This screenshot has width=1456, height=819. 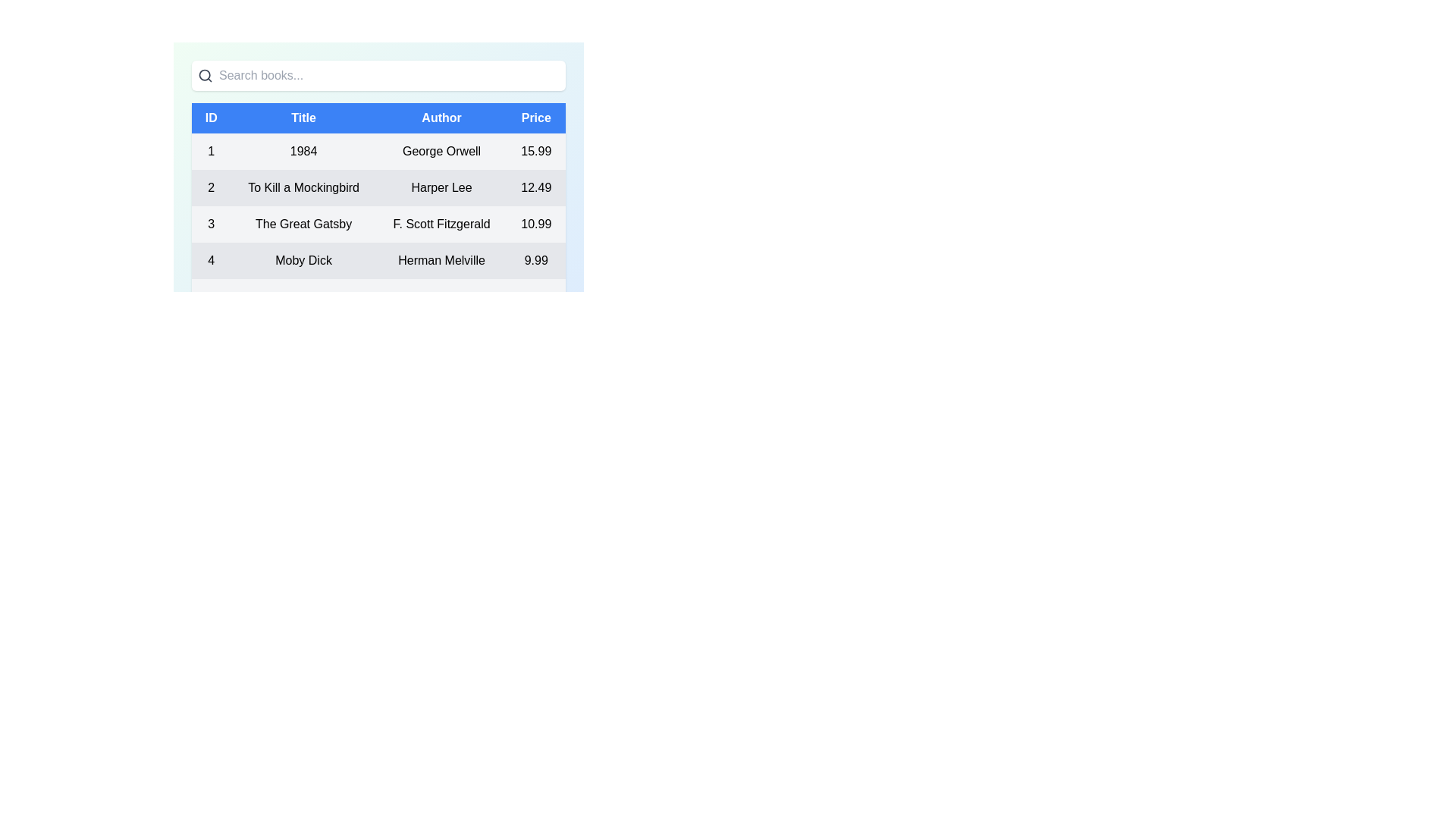 What do you see at coordinates (536, 224) in the screenshot?
I see `the text label displaying '10.99' in bold font located in the rightmost column under the 'Price' header of the table` at bounding box center [536, 224].